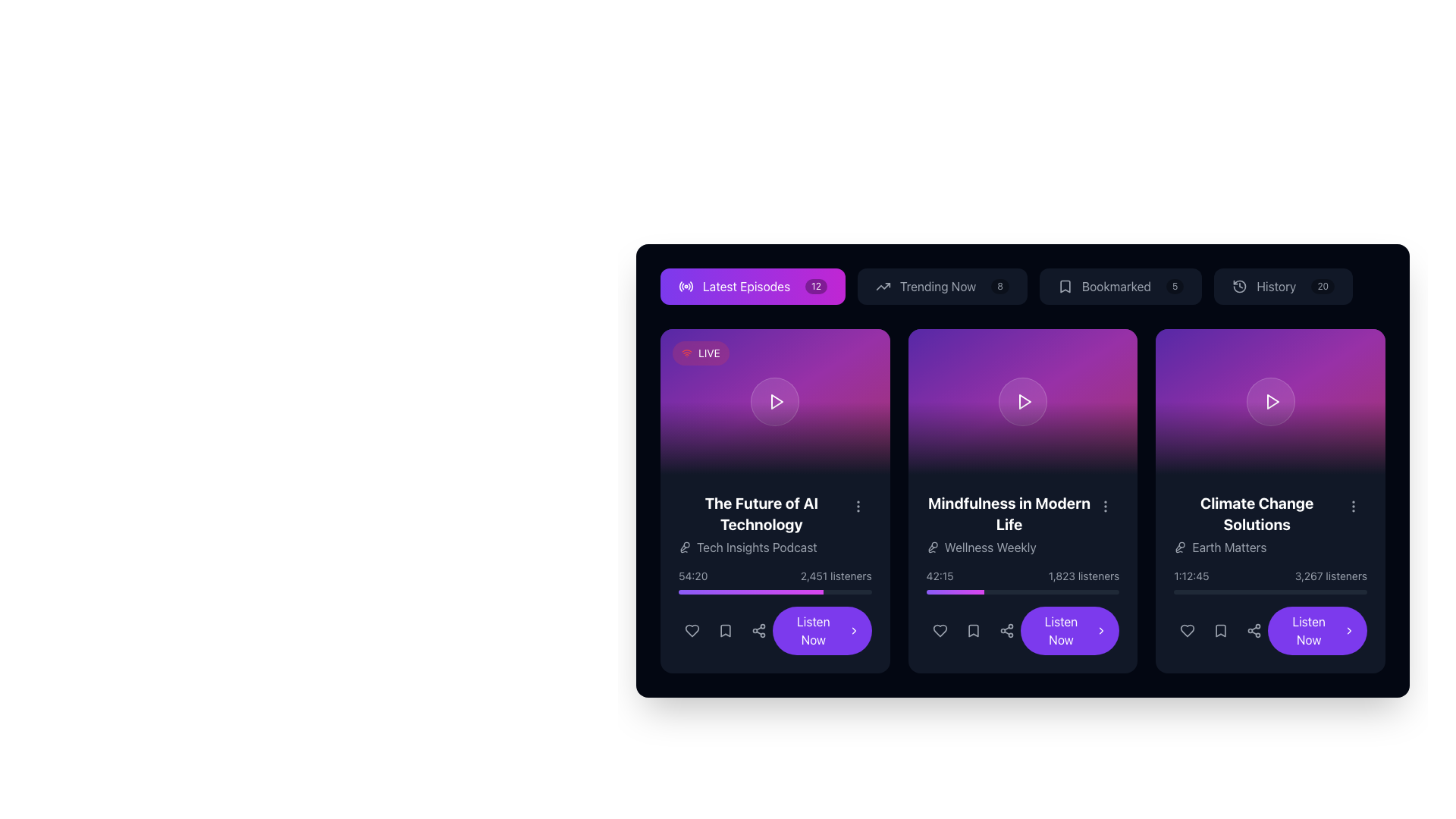 This screenshot has height=819, width=1456. What do you see at coordinates (1270, 400) in the screenshot?
I see `the circular play button located in the center of the 'Climate Change Solutions' card` at bounding box center [1270, 400].